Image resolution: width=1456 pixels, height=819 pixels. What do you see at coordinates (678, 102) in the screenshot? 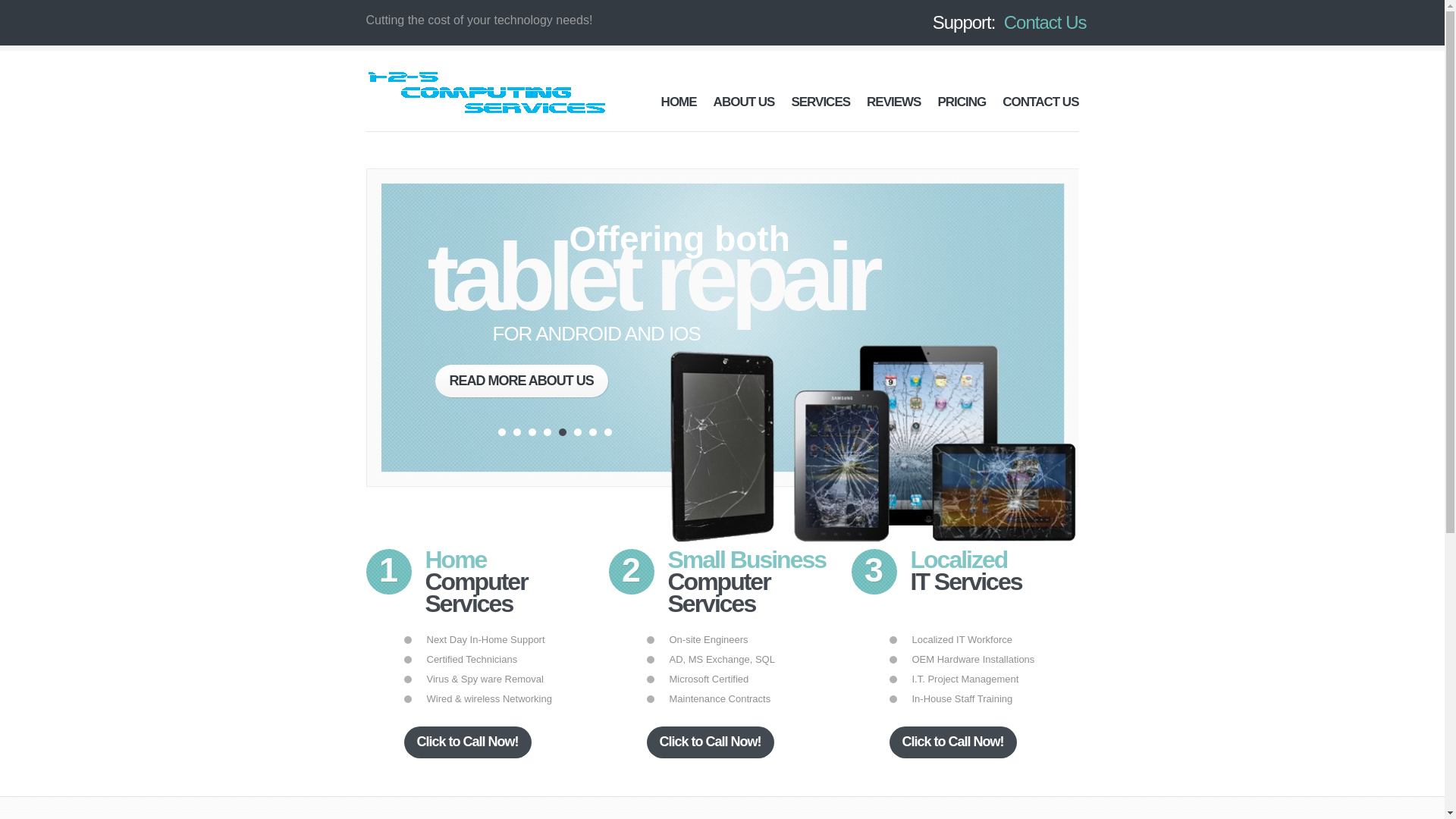
I see `'HOME'` at bounding box center [678, 102].